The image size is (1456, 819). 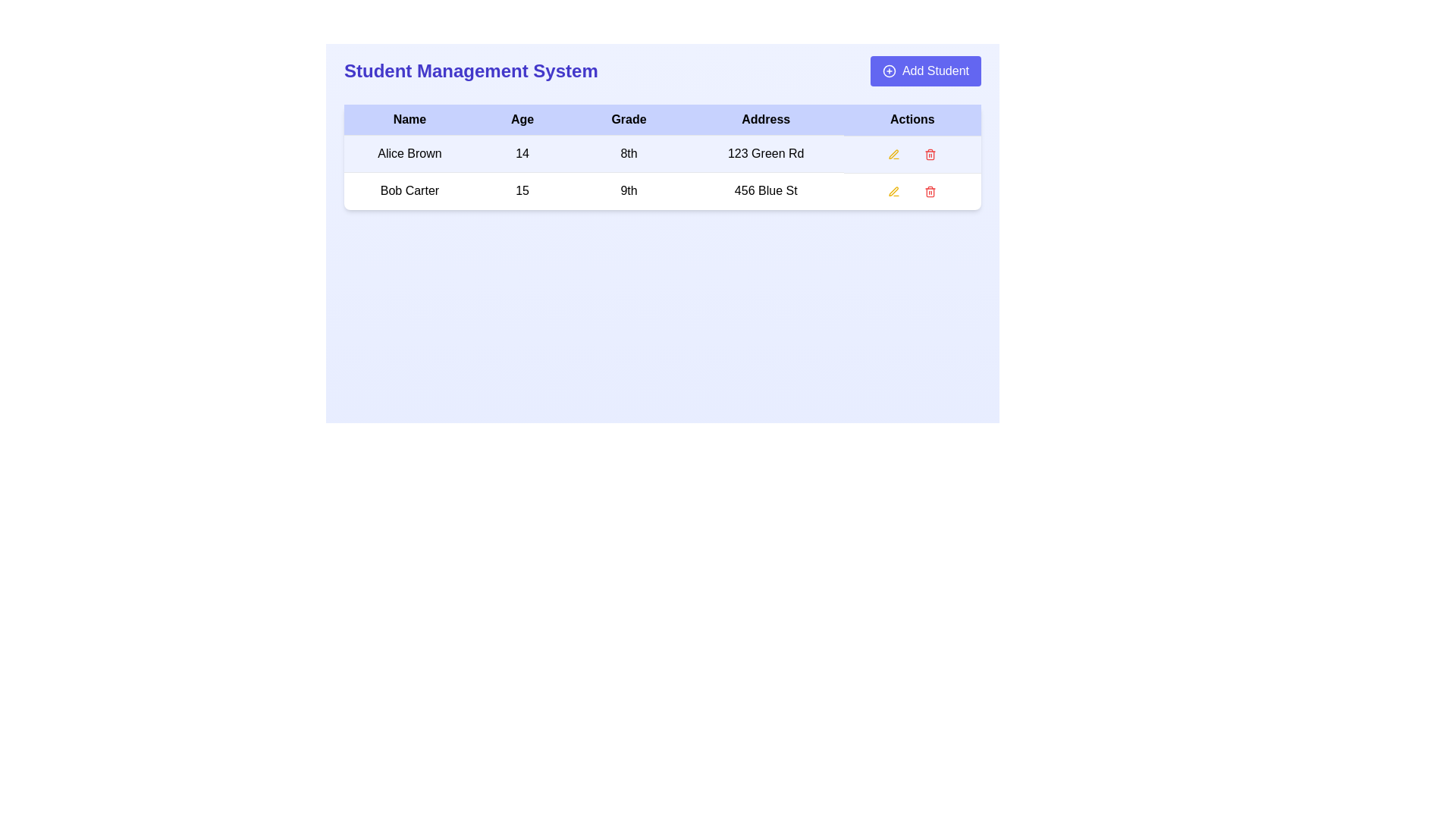 I want to click on the 'Actions' column header in the table, which is the last header positioned to the right of the 'Address' header, so click(x=912, y=119).